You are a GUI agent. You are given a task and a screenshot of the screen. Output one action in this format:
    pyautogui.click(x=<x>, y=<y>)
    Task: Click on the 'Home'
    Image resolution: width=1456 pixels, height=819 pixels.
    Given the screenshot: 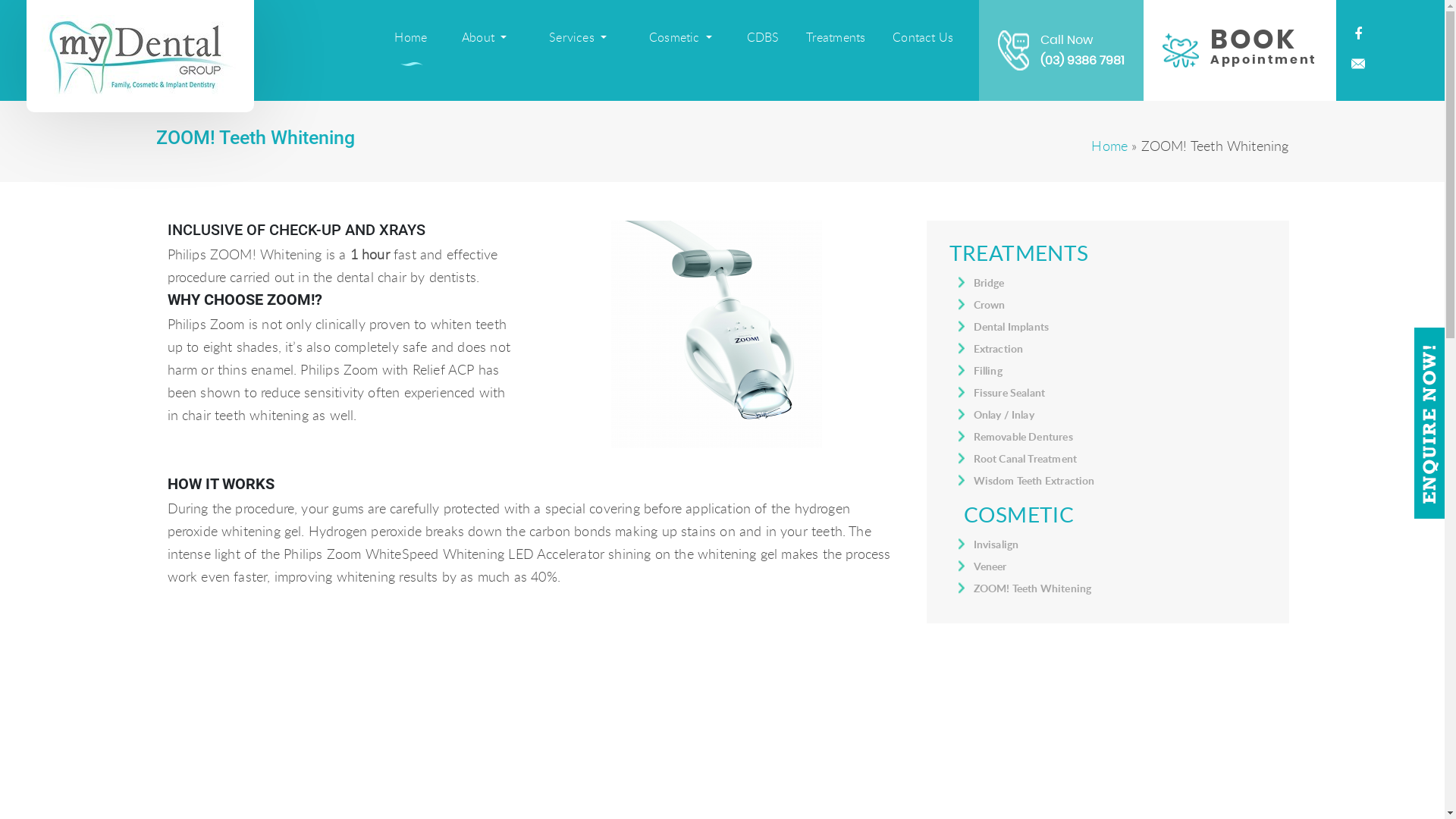 What is the action you would take?
    pyautogui.click(x=410, y=36)
    